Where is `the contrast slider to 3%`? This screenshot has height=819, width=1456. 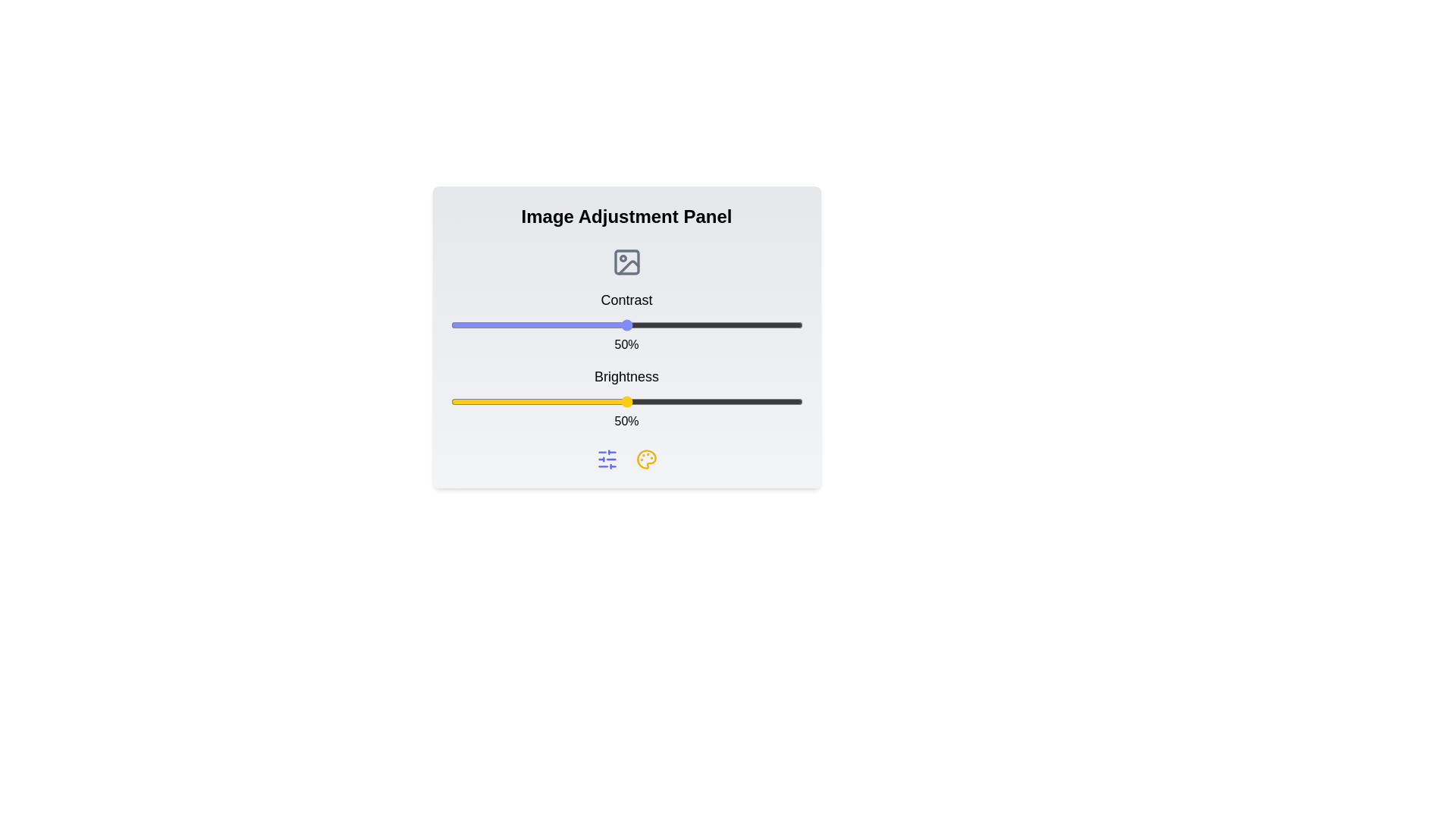
the contrast slider to 3% is located at coordinates (460, 324).